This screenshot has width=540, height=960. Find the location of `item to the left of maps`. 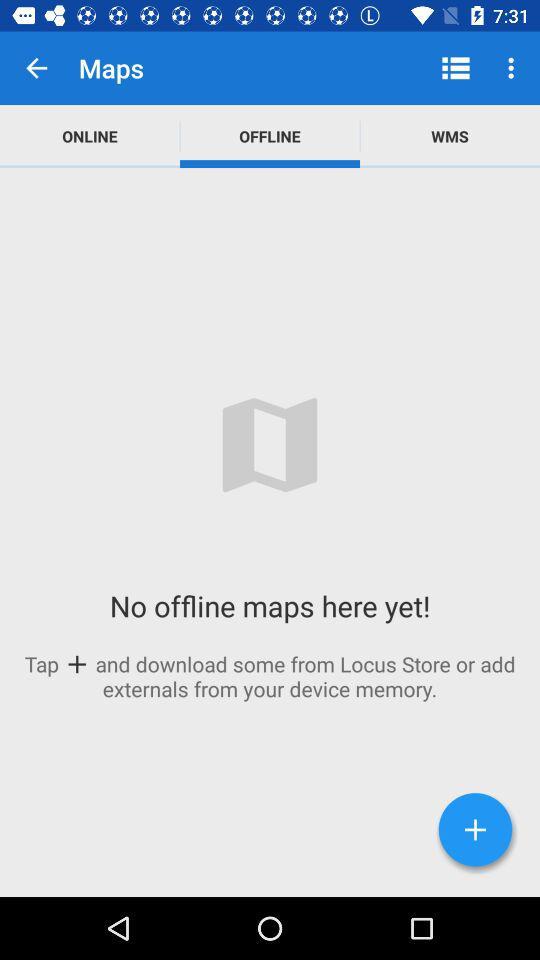

item to the left of maps is located at coordinates (36, 68).